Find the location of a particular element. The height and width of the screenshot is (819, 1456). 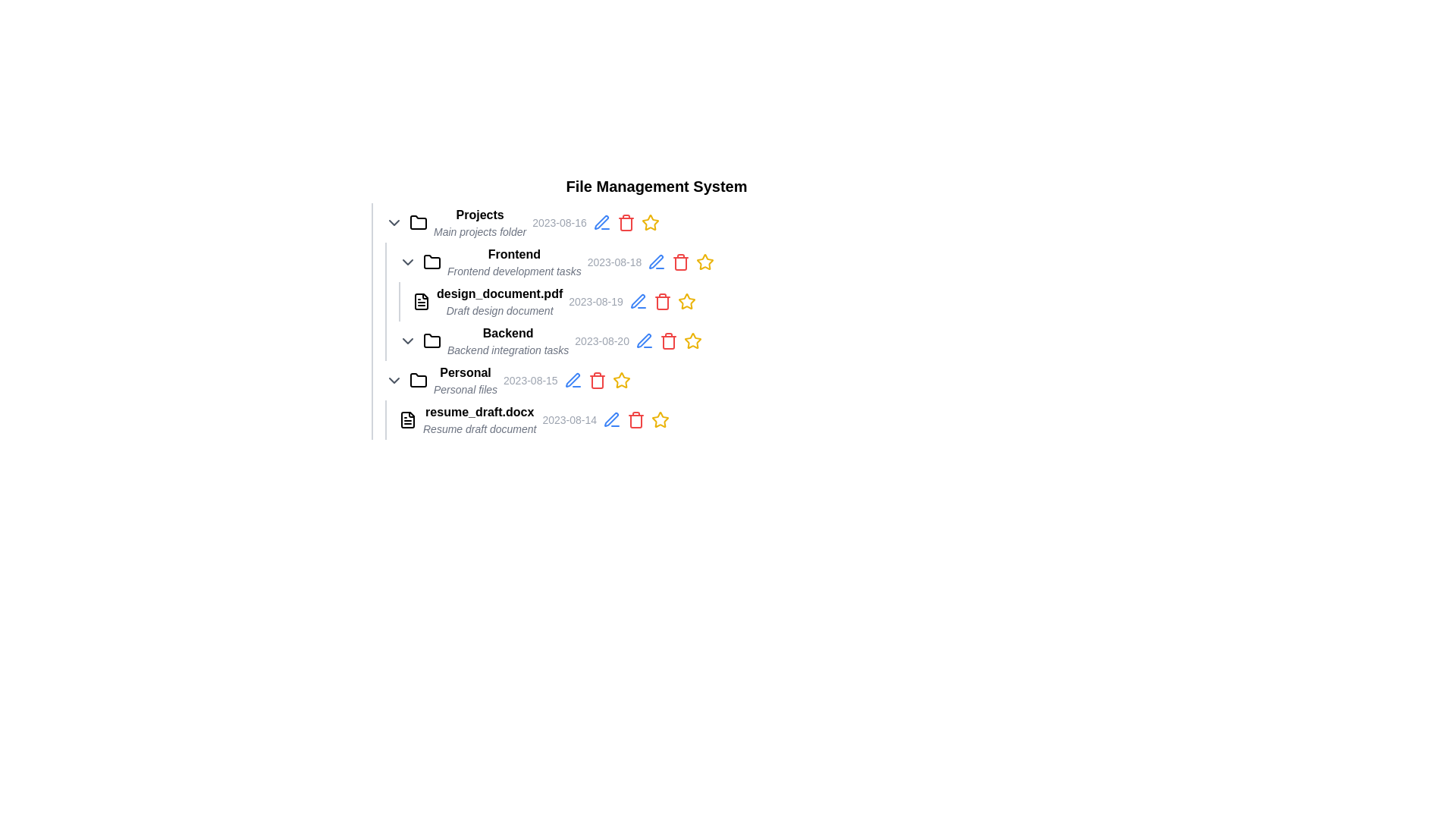

the 'Personal' text label which indicates a folder within the file management interface, located under the 'Backend' folder is located at coordinates (465, 379).